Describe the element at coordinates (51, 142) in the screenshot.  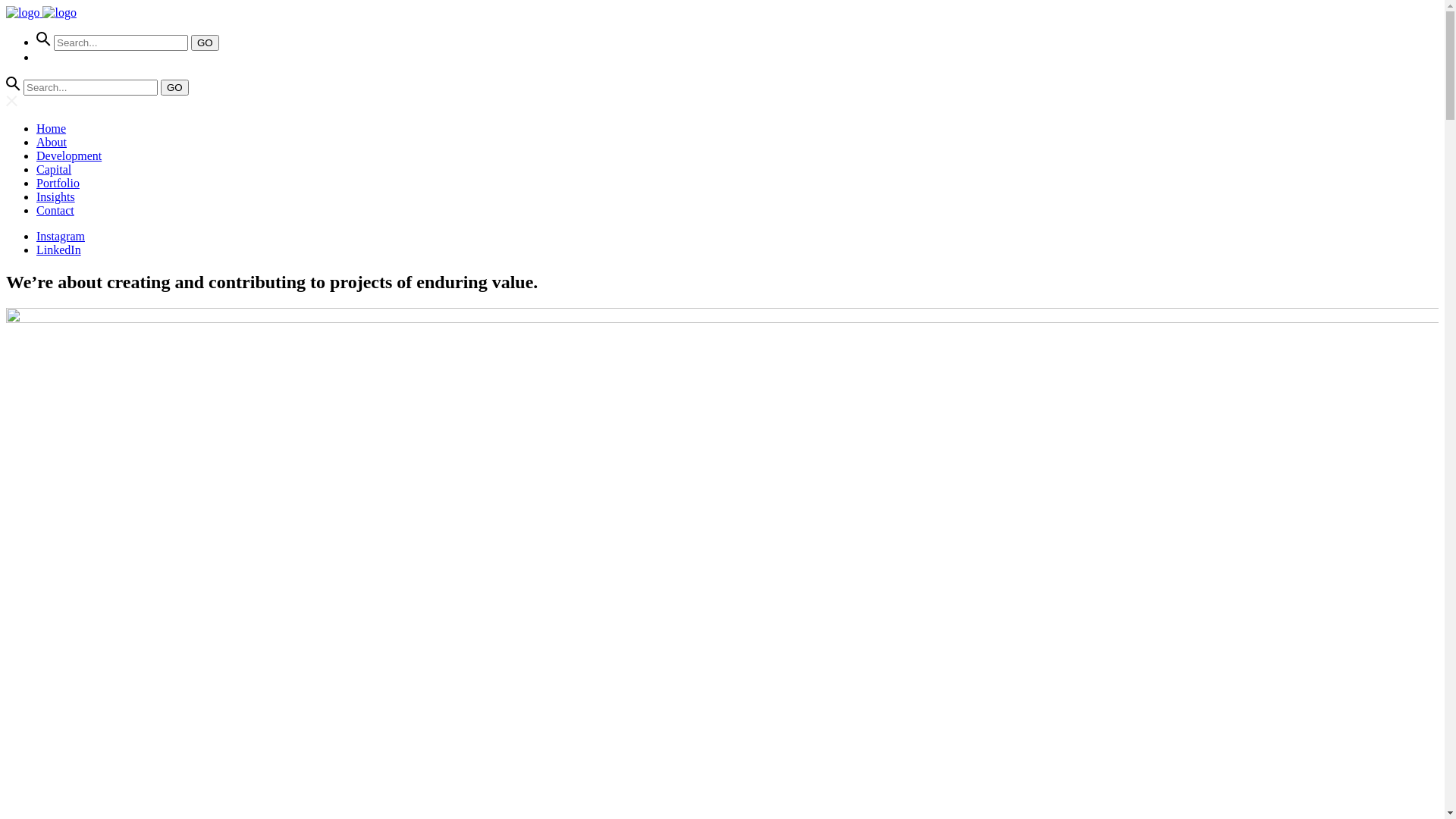
I see `'About'` at that location.